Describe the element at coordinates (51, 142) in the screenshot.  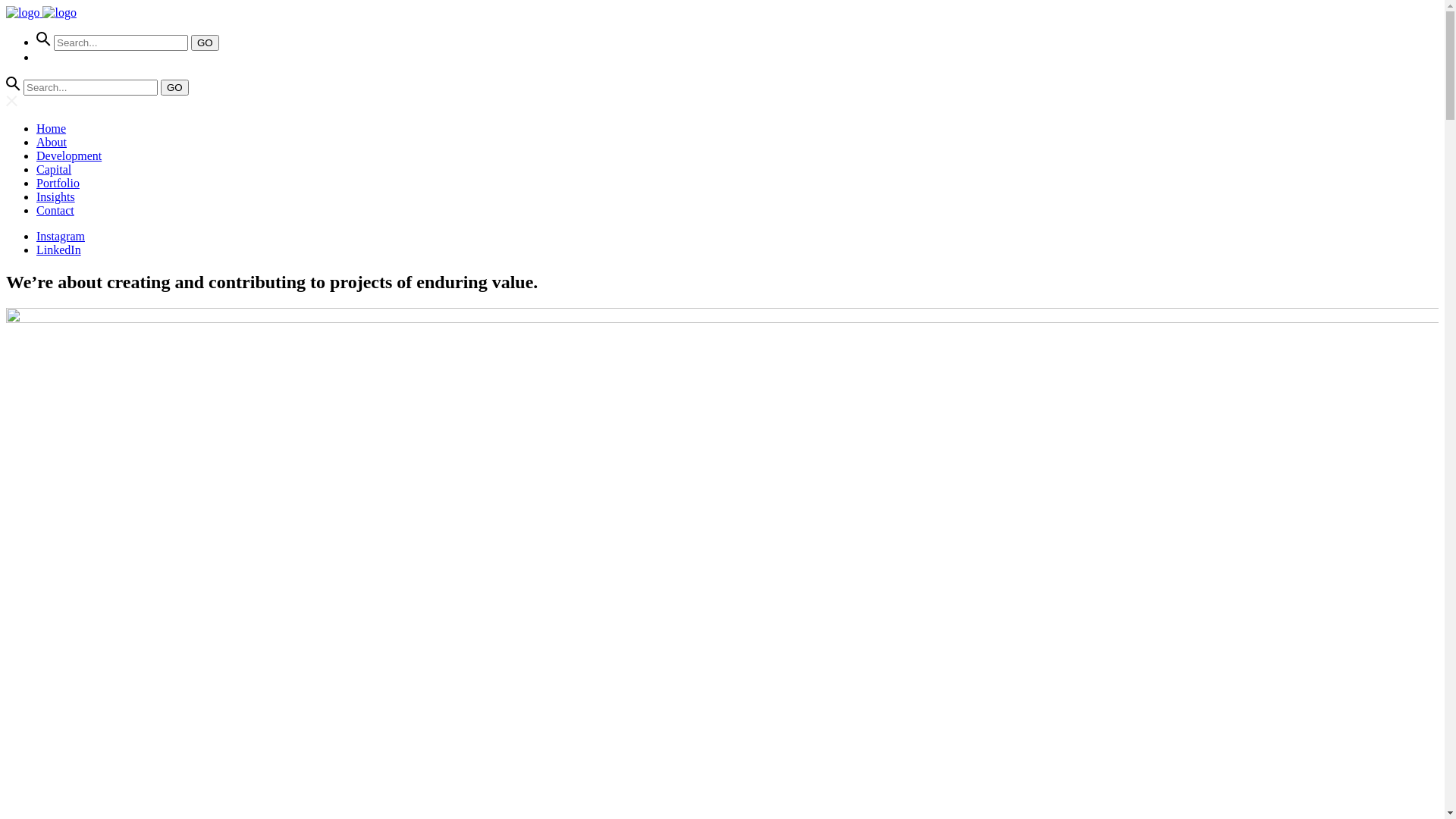
I see `'About'` at that location.